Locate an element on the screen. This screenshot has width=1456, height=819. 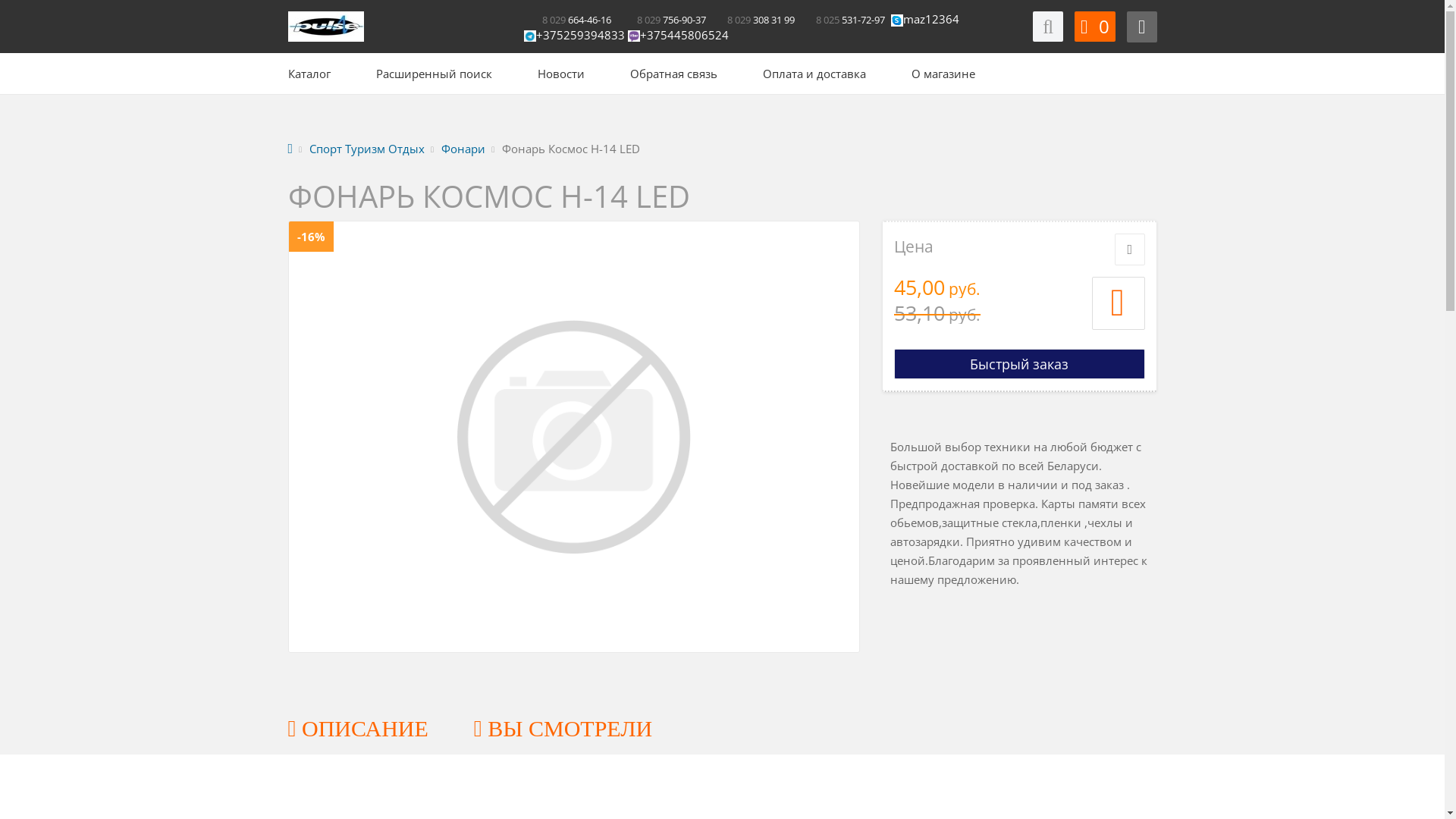
'+375445806524' is located at coordinates (677, 34).